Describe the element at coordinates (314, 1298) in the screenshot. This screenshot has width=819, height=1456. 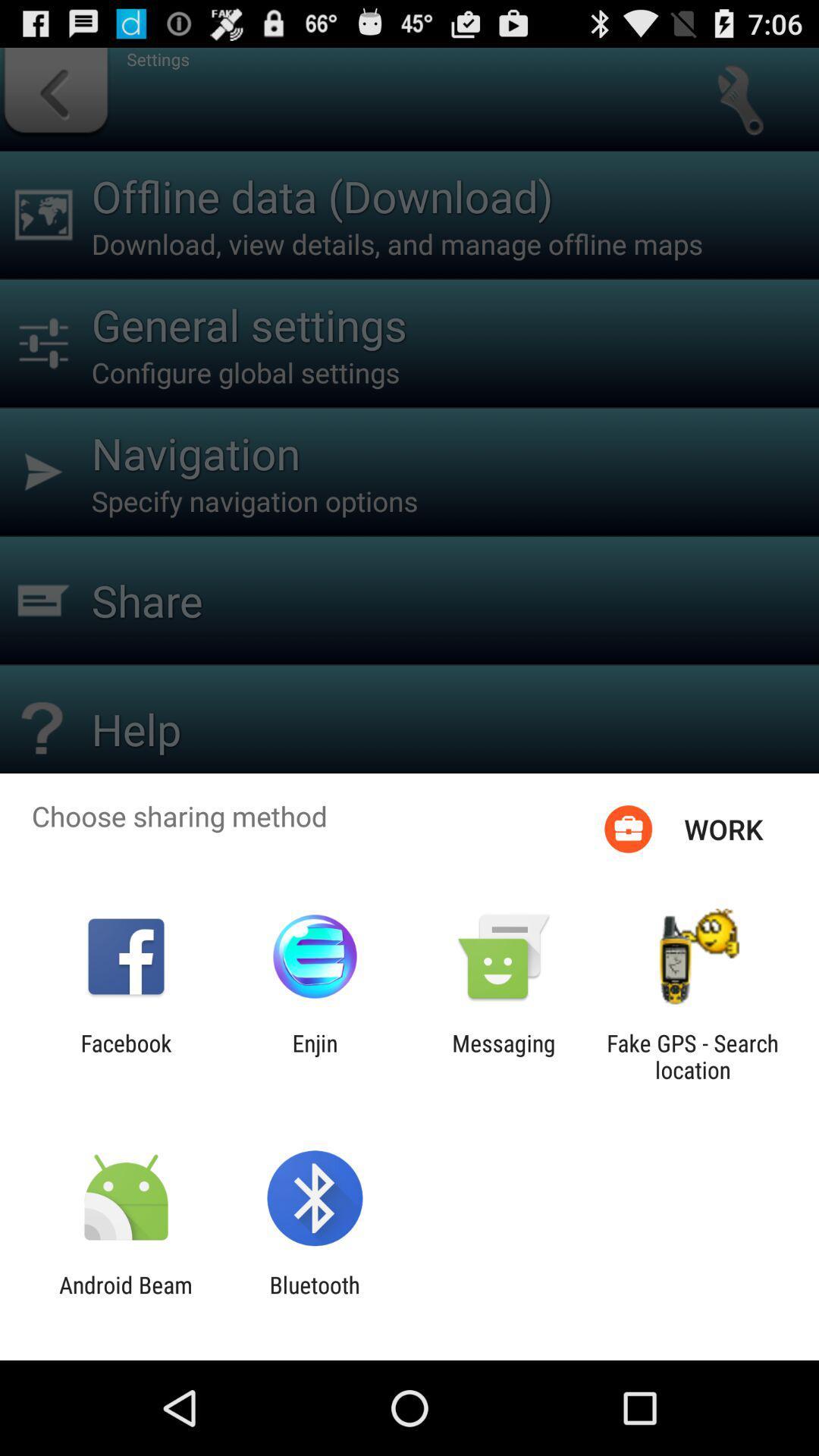
I see `the app to the right of the android beam app` at that location.